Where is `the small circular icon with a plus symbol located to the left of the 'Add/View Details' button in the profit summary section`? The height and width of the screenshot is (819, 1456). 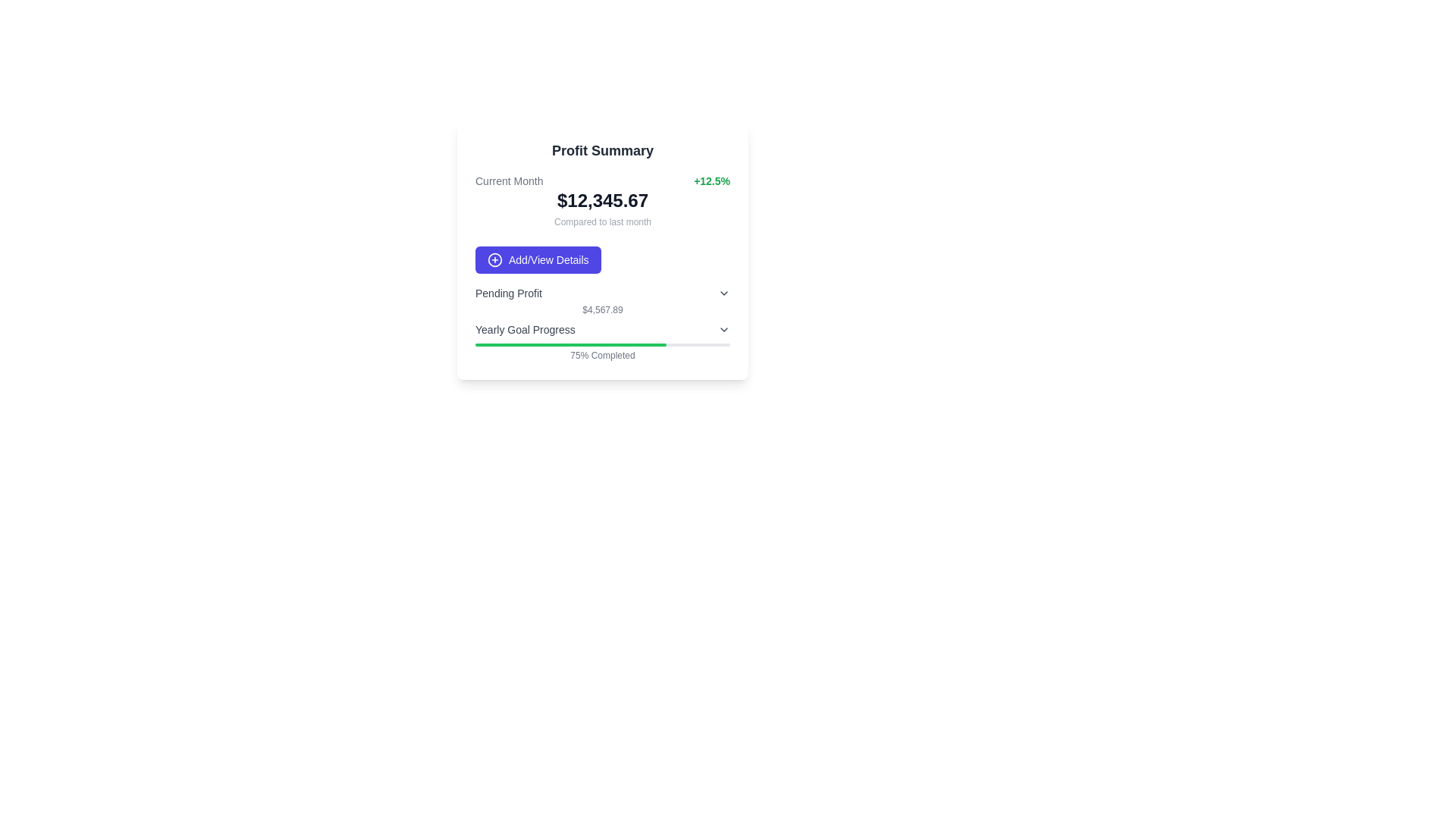 the small circular icon with a plus symbol located to the left of the 'Add/View Details' button in the profit summary section is located at coordinates (494, 259).